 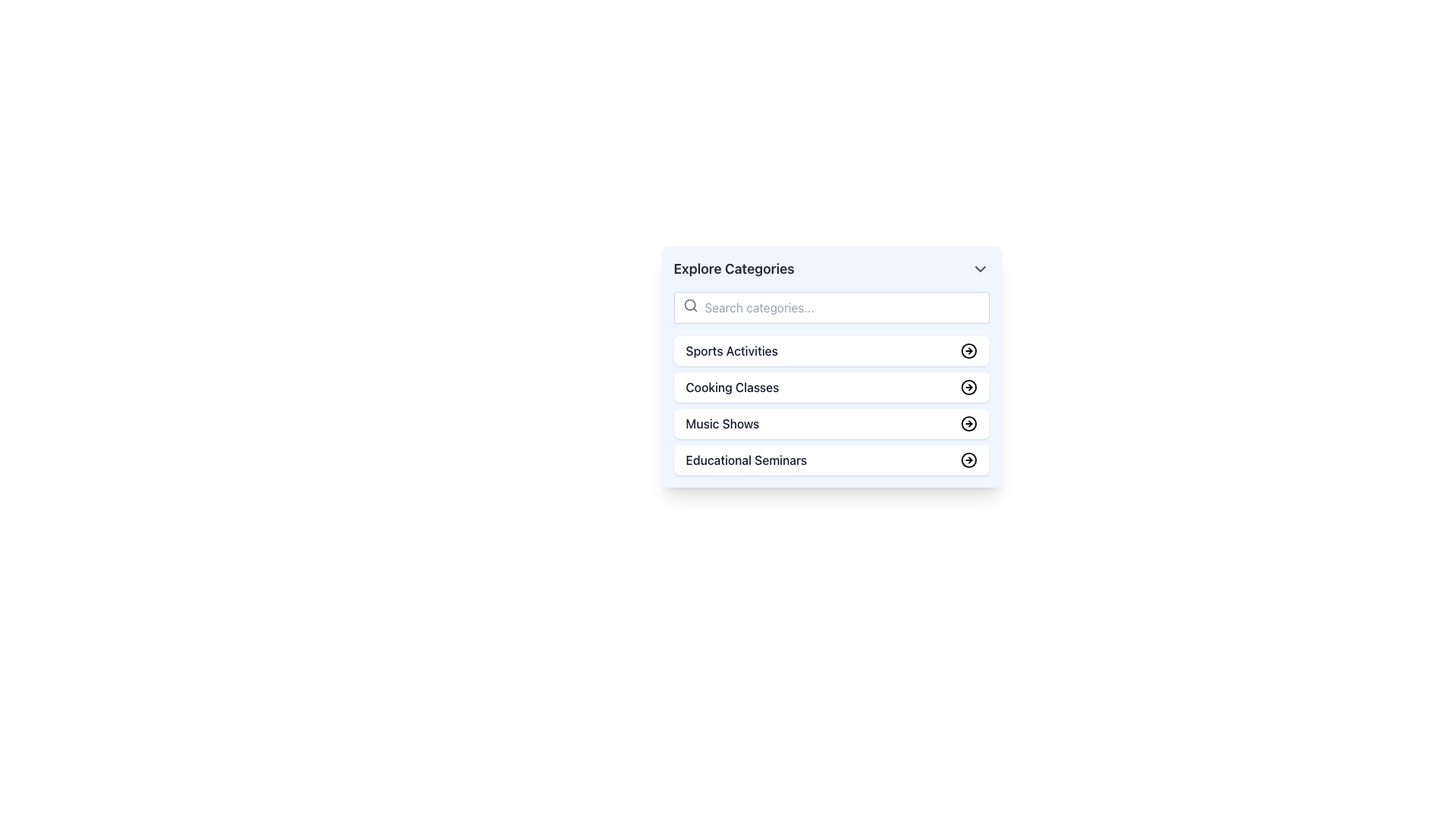 I want to click on the delete button located to the far-right of the 'Educational Seminars' list item, so click(x=968, y=459).